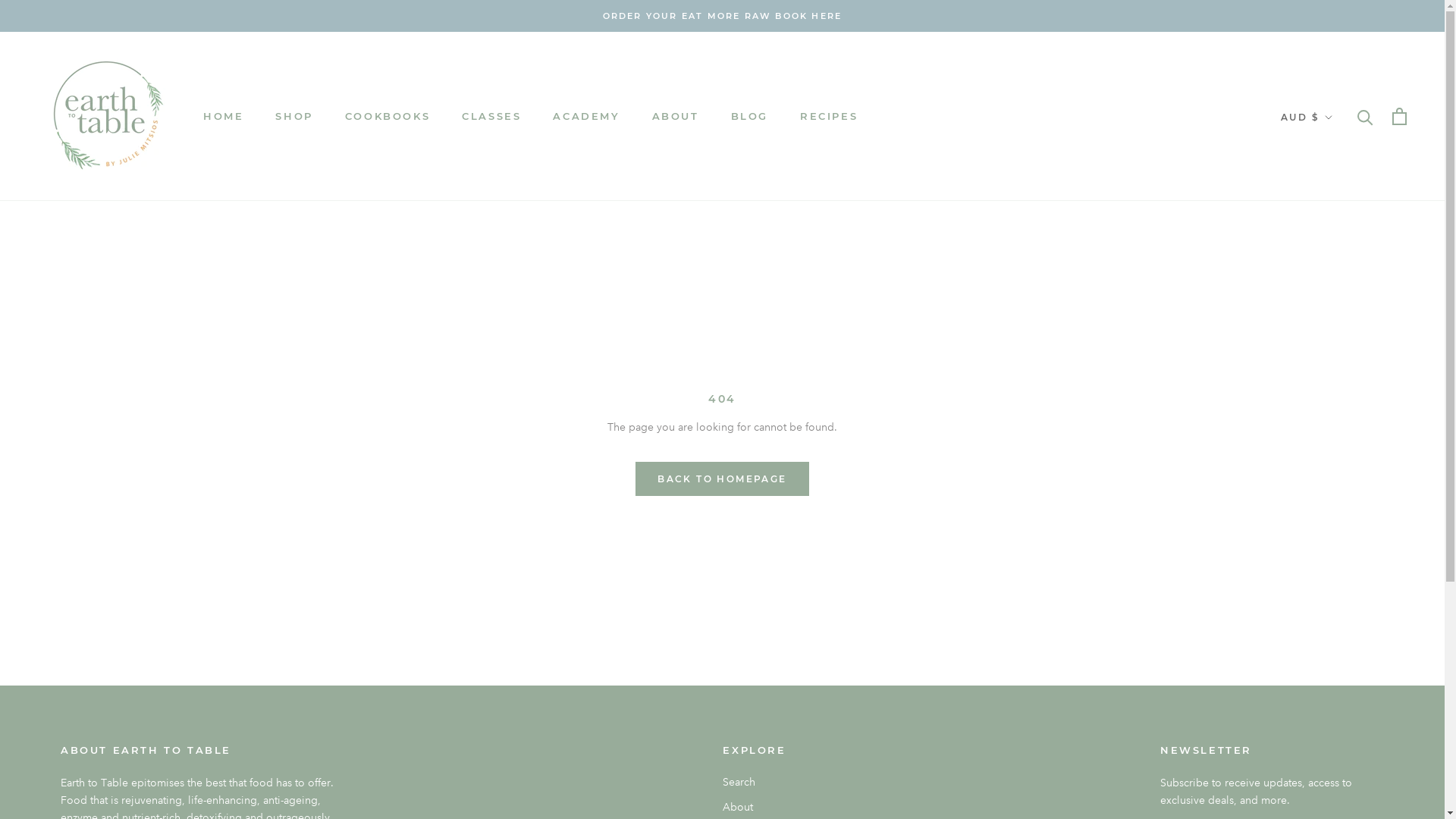 The width and height of the screenshot is (1456, 819). I want to click on 'AUD $', so click(1306, 116).